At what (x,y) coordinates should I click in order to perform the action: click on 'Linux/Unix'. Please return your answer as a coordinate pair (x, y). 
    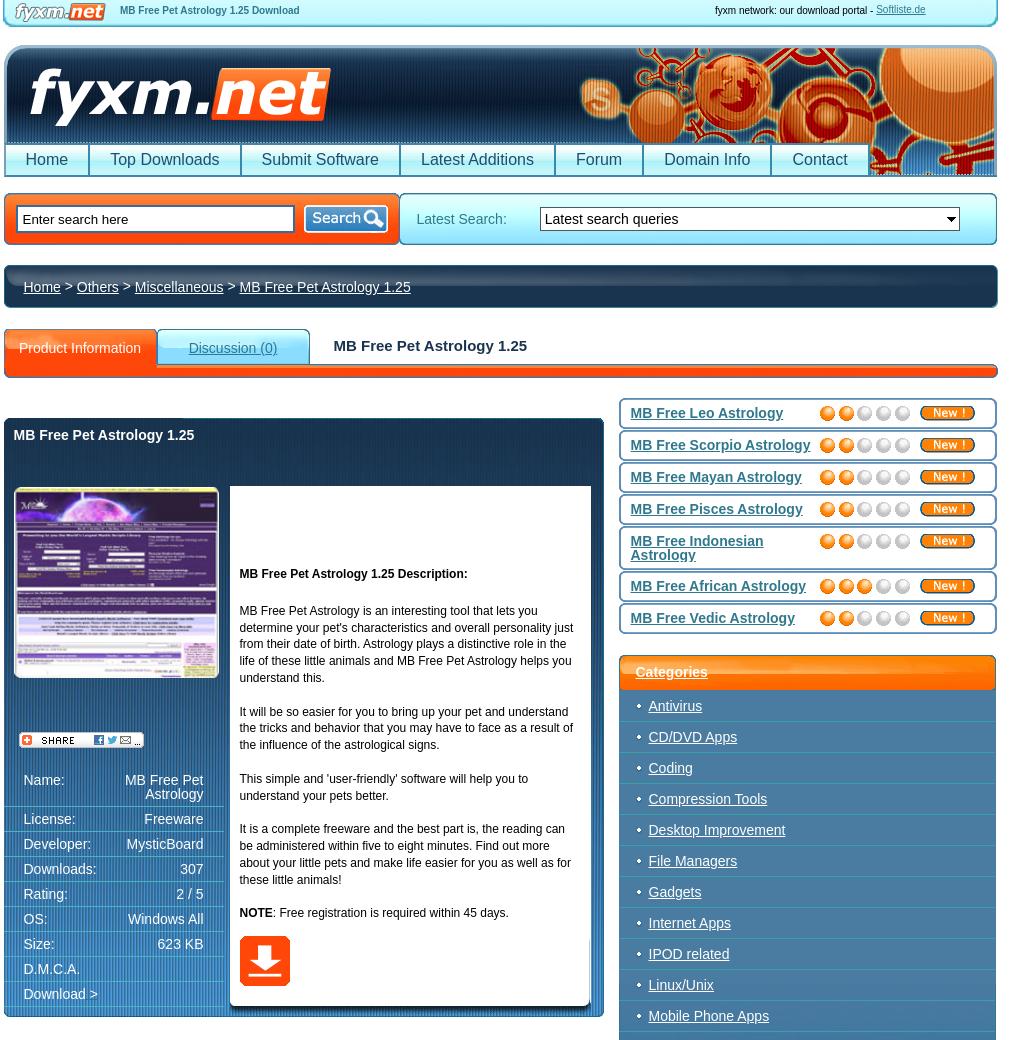
    Looking at the image, I should click on (679, 984).